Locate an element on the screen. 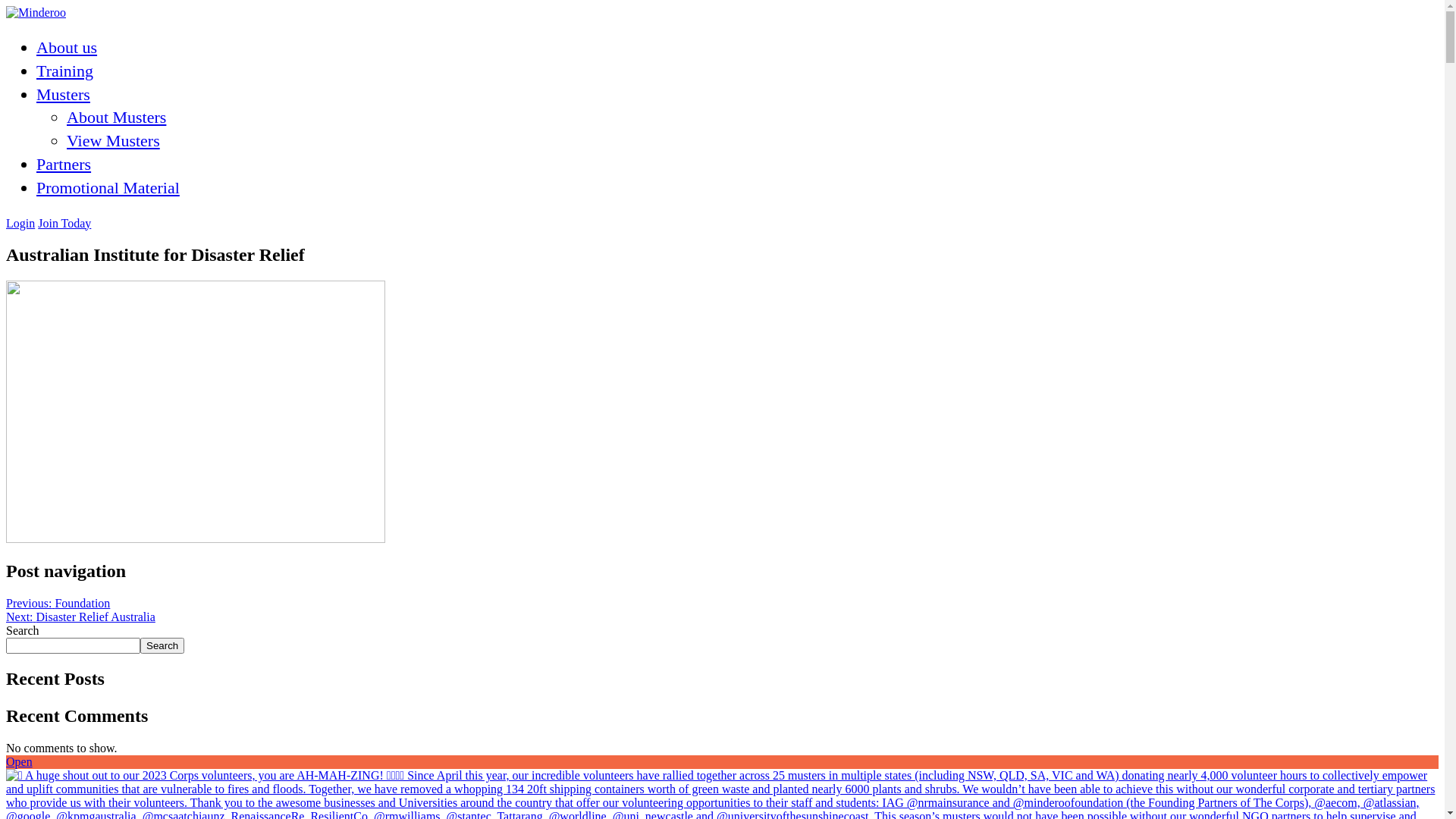 The width and height of the screenshot is (1456, 819). 'Promotional Material' is located at coordinates (107, 187).